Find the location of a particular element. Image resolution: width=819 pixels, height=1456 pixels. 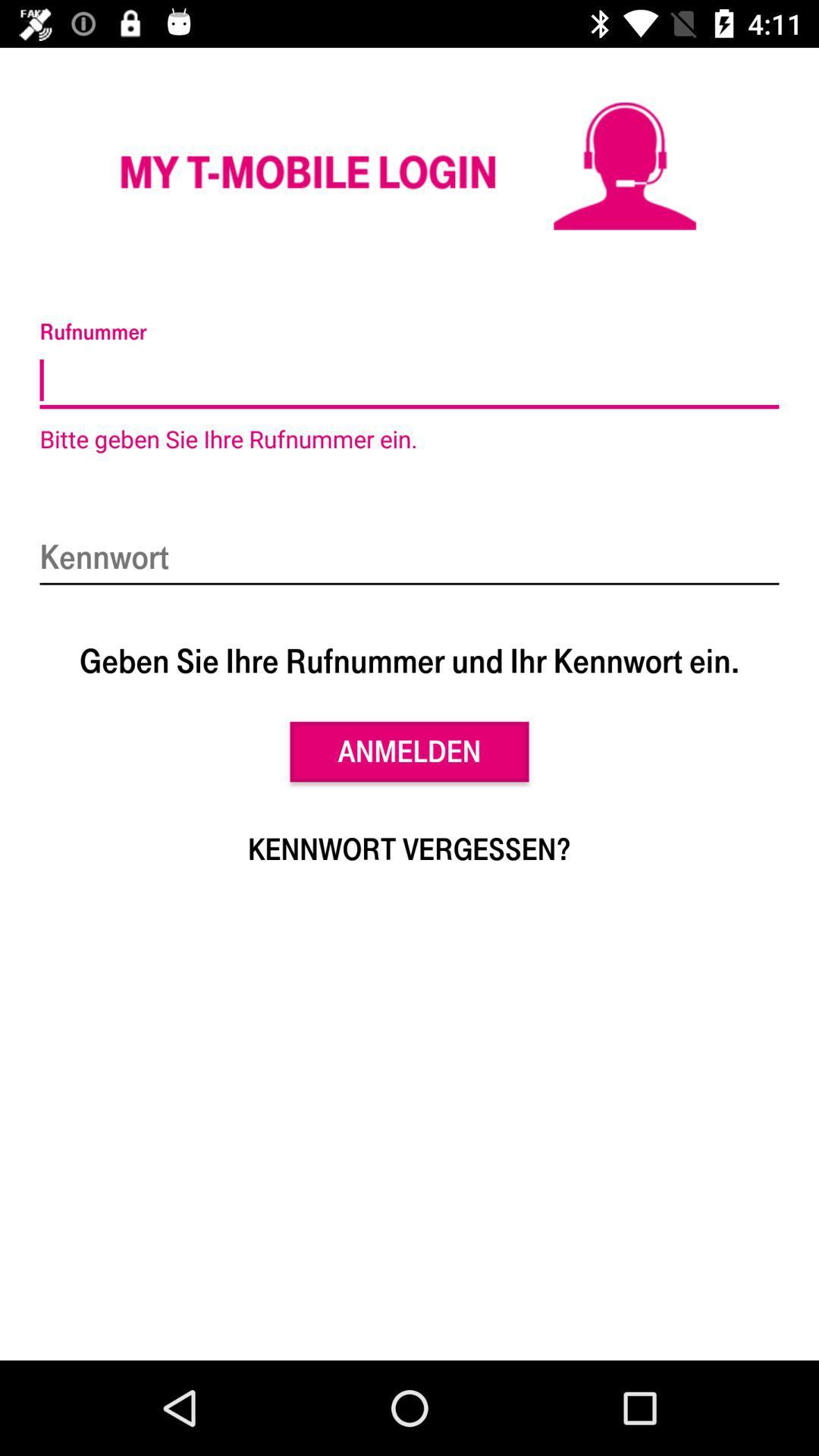

the icon below geben sie ihre icon is located at coordinates (409, 752).